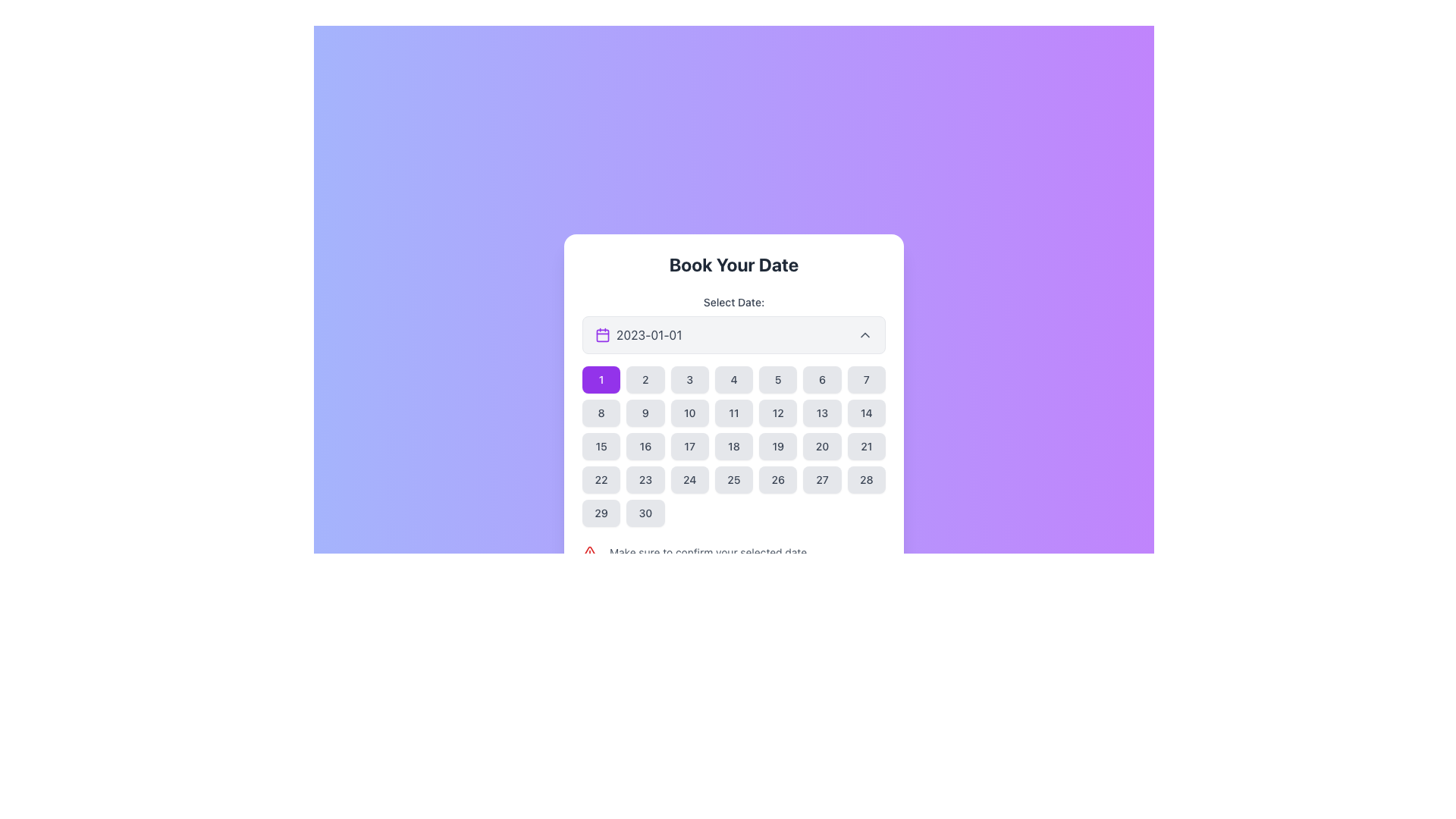 The image size is (1456, 819). I want to click on the centered, bold text label displaying 'Book Your Date' at the top of the card-like structure, so click(734, 263).